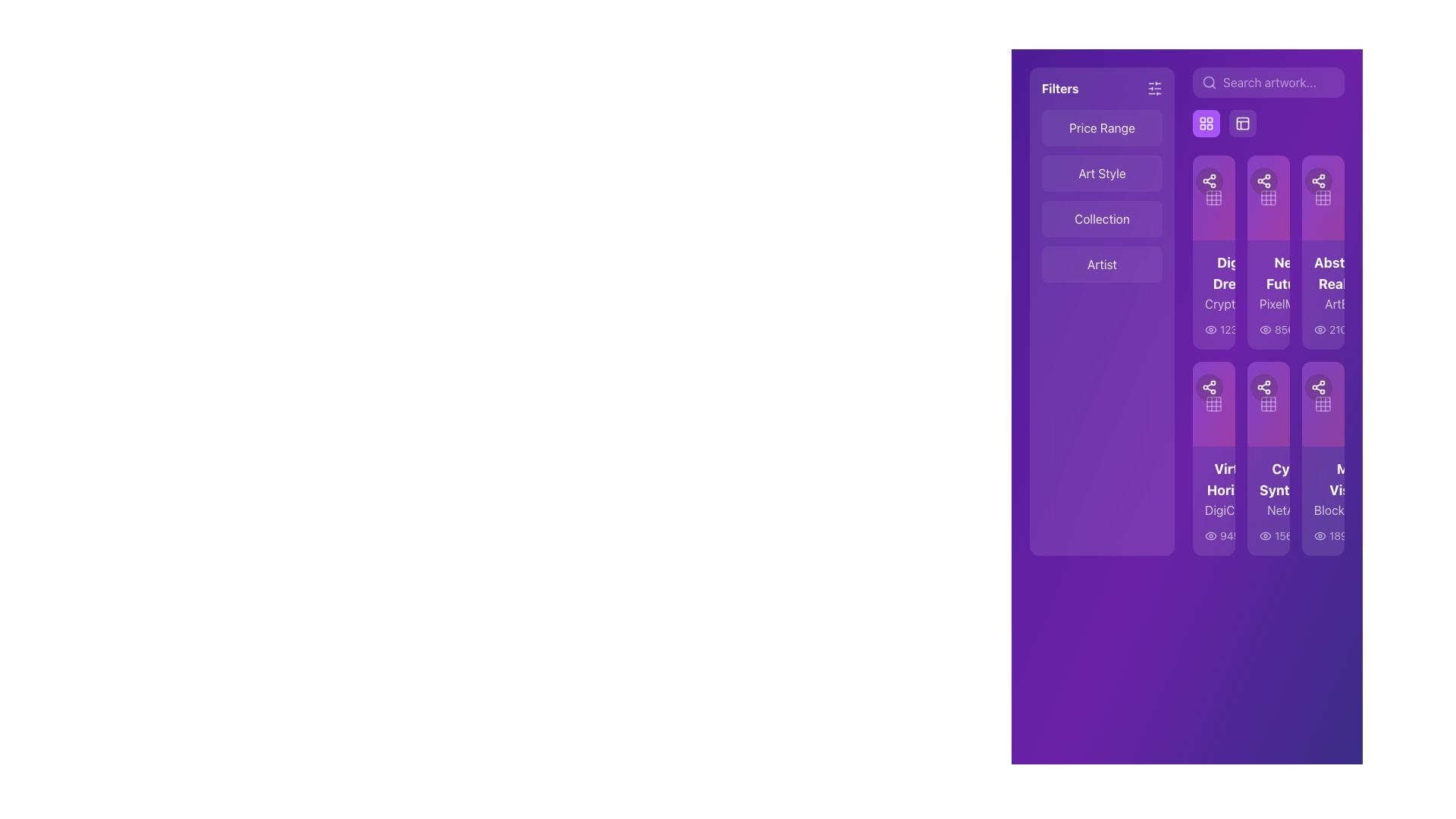 This screenshot has width=1456, height=819. I want to click on the heart-shaped icon located in the right panel, specifically the third icon in the vertical column of the second card in the third row, so click(1230, 386).